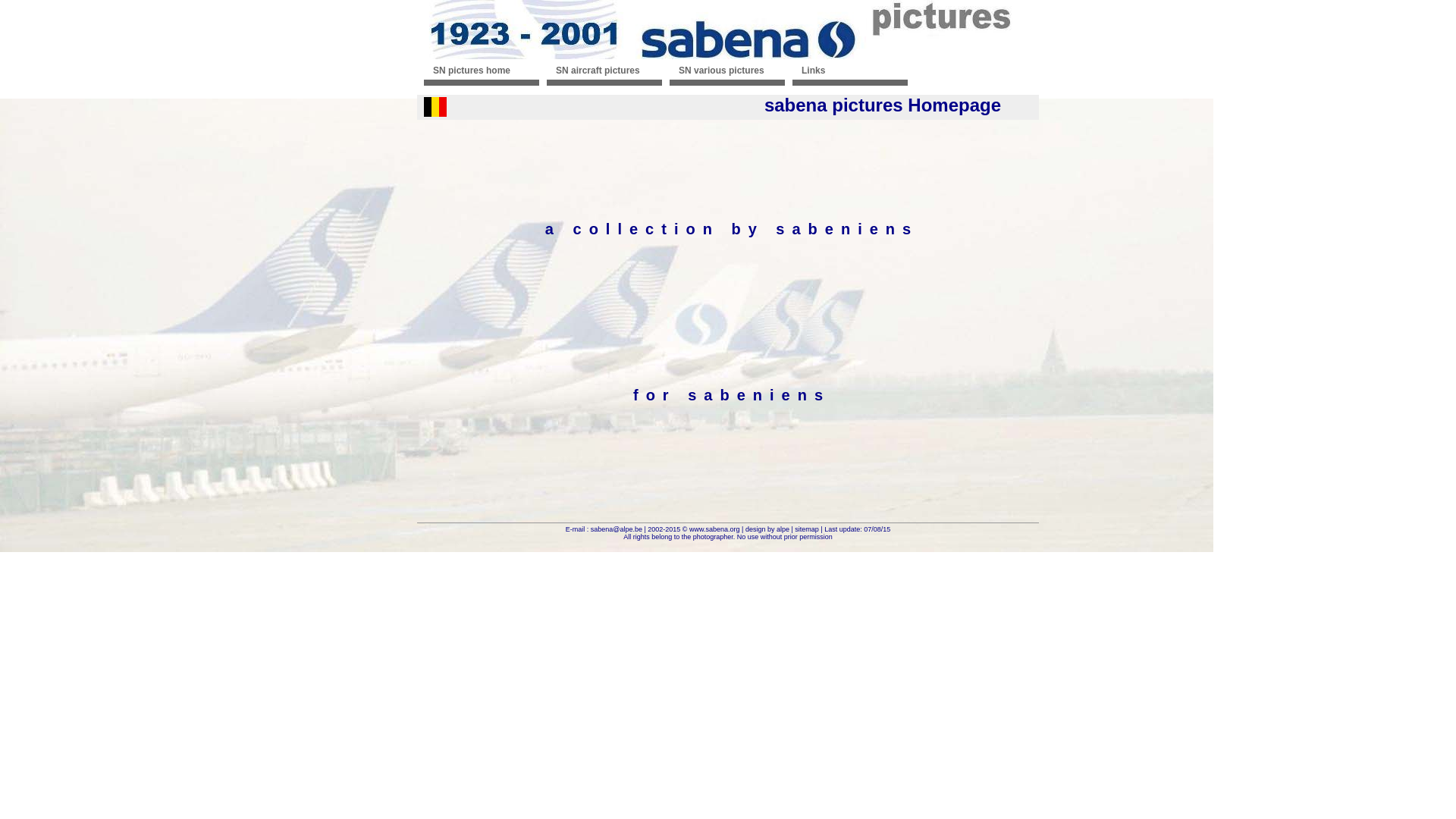  I want to click on 'www.sabena.org', so click(714, 529).